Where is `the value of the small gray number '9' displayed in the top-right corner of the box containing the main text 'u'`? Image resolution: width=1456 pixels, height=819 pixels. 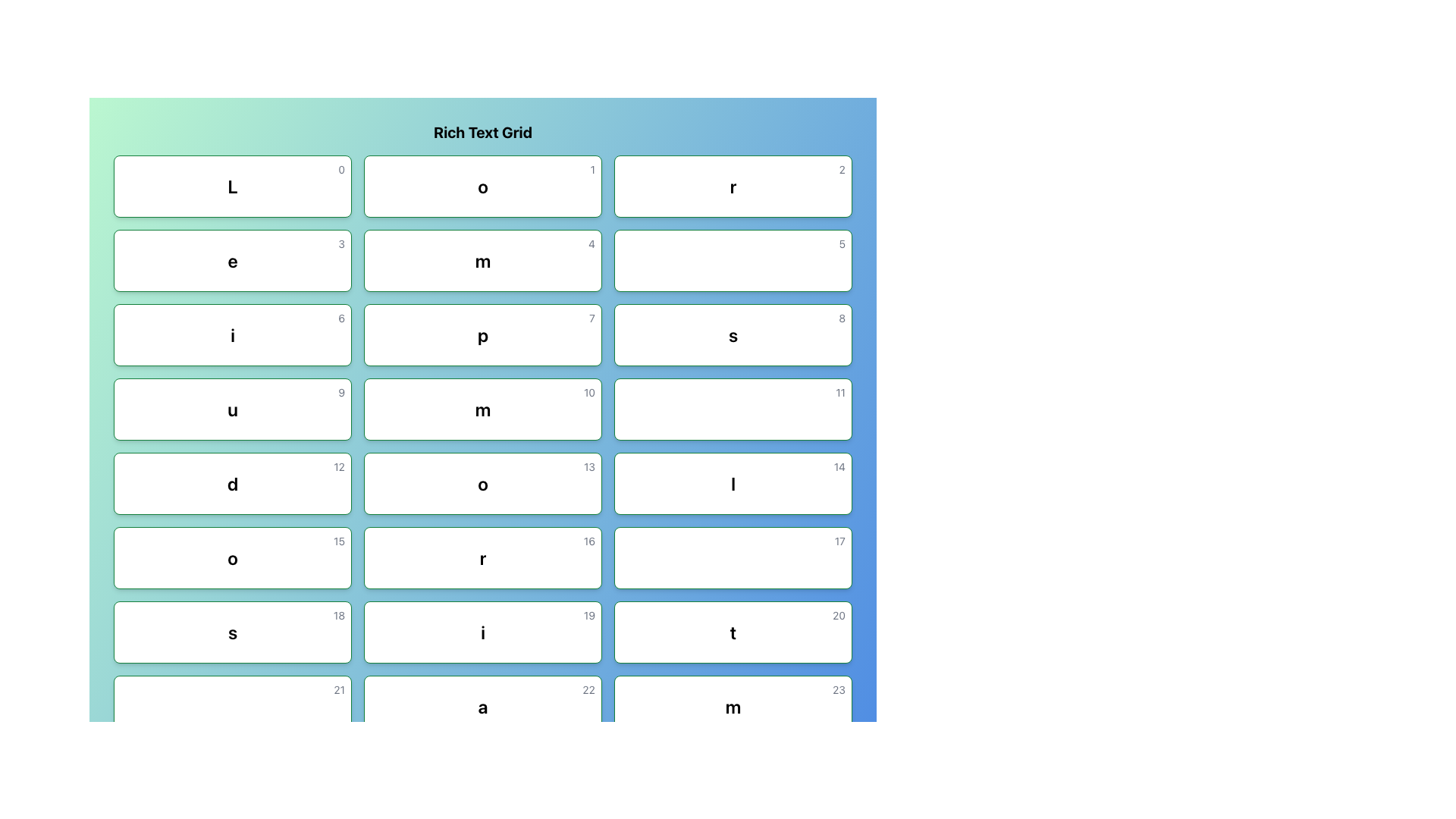
the value of the small gray number '9' displayed in the top-right corner of the box containing the main text 'u' is located at coordinates (340, 391).